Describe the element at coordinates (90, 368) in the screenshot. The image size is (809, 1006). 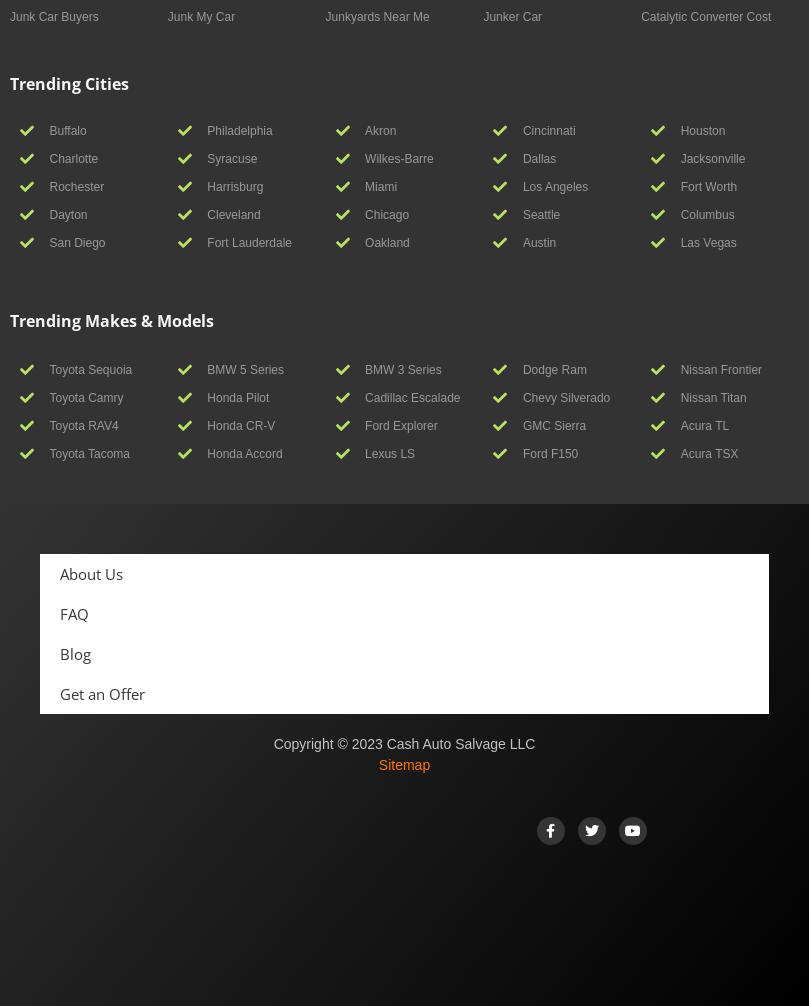
I see `'Toyota Sequoia'` at that location.